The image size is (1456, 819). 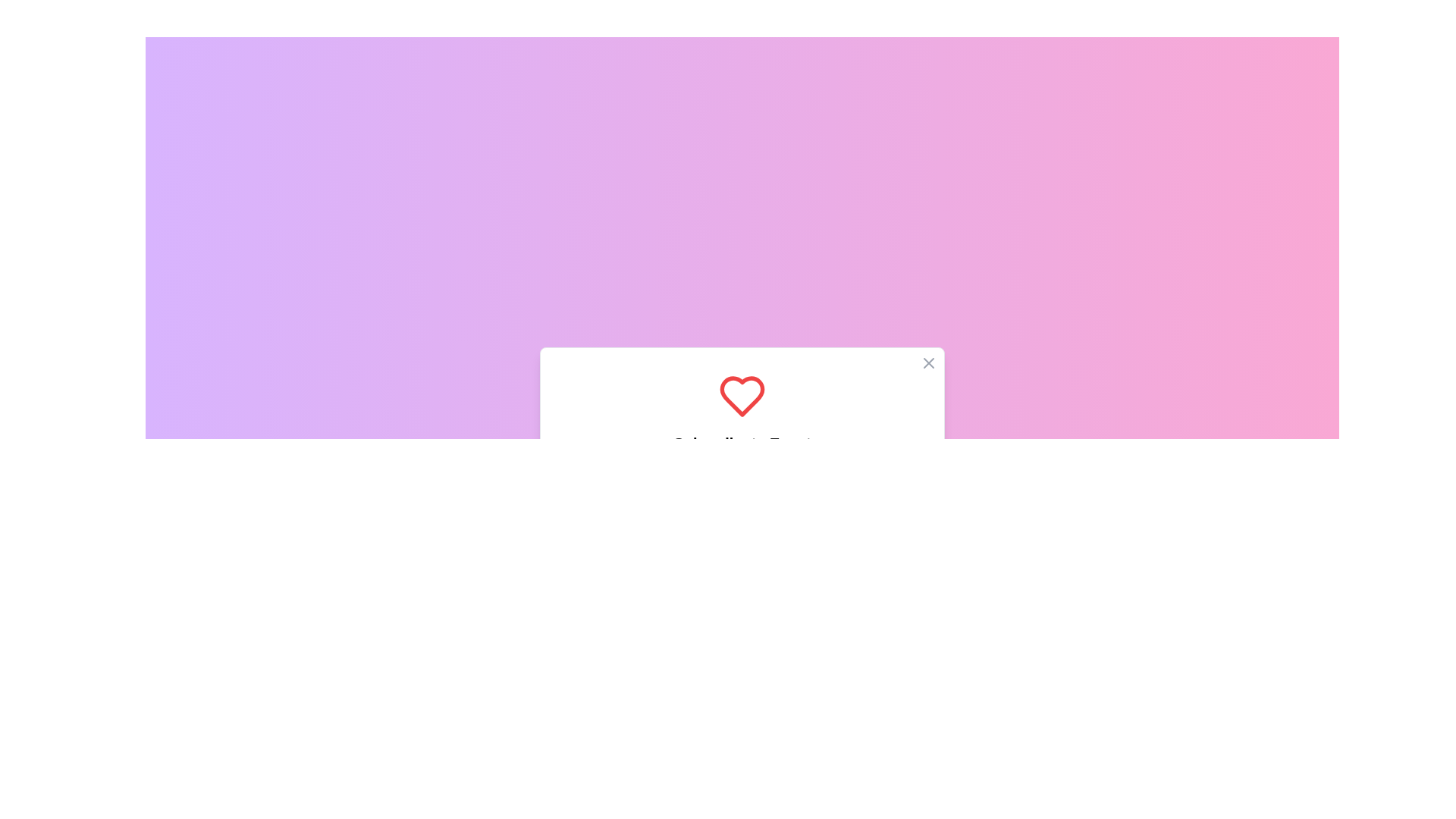 I want to click on the close button icon located at the top-right corner of the modal dialog to change its color, so click(x=928, y=362).